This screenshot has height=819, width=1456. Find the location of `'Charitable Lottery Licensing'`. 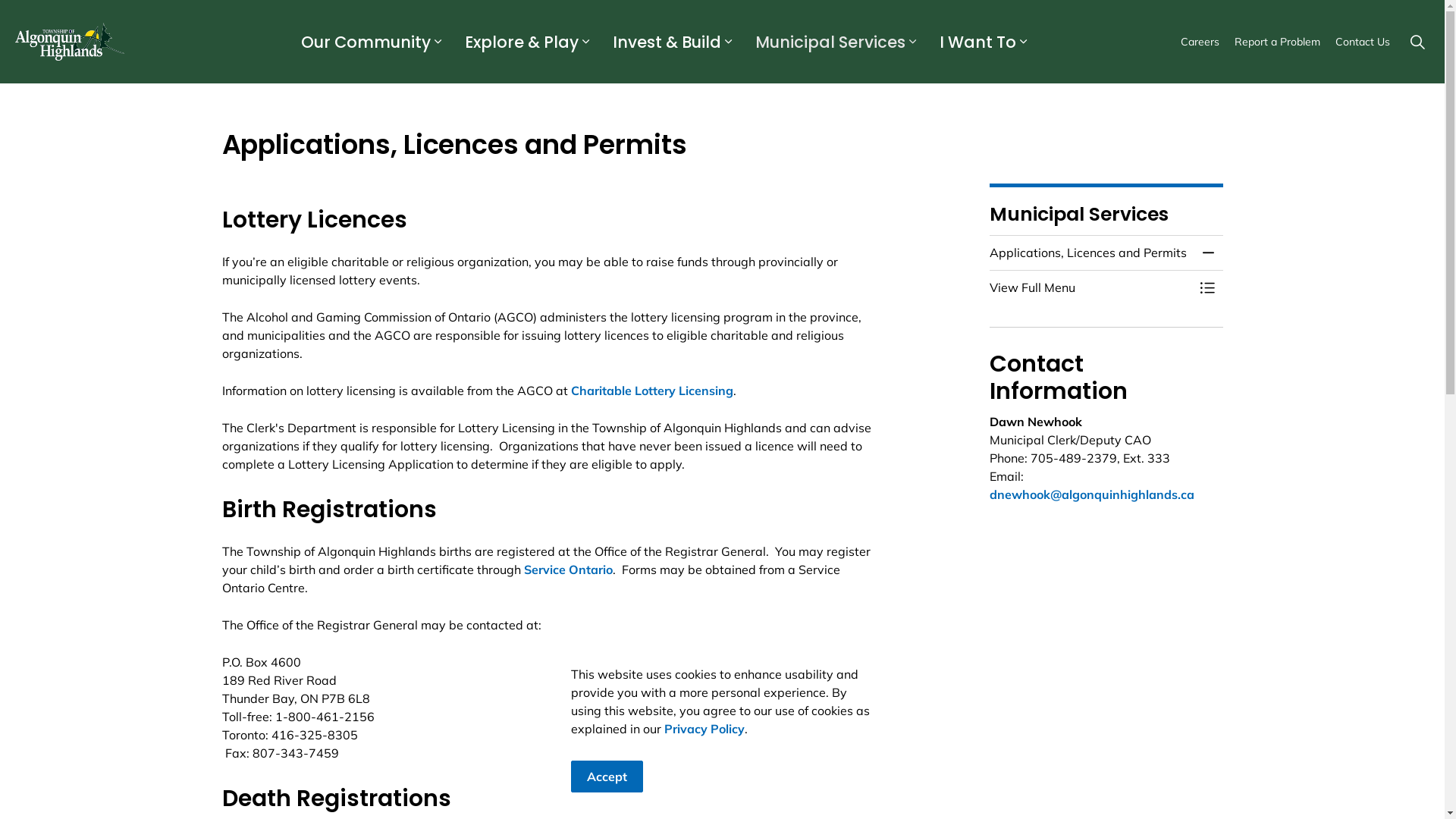

'Charitable Lottery Licensing' is located at coordinates (651, 390).